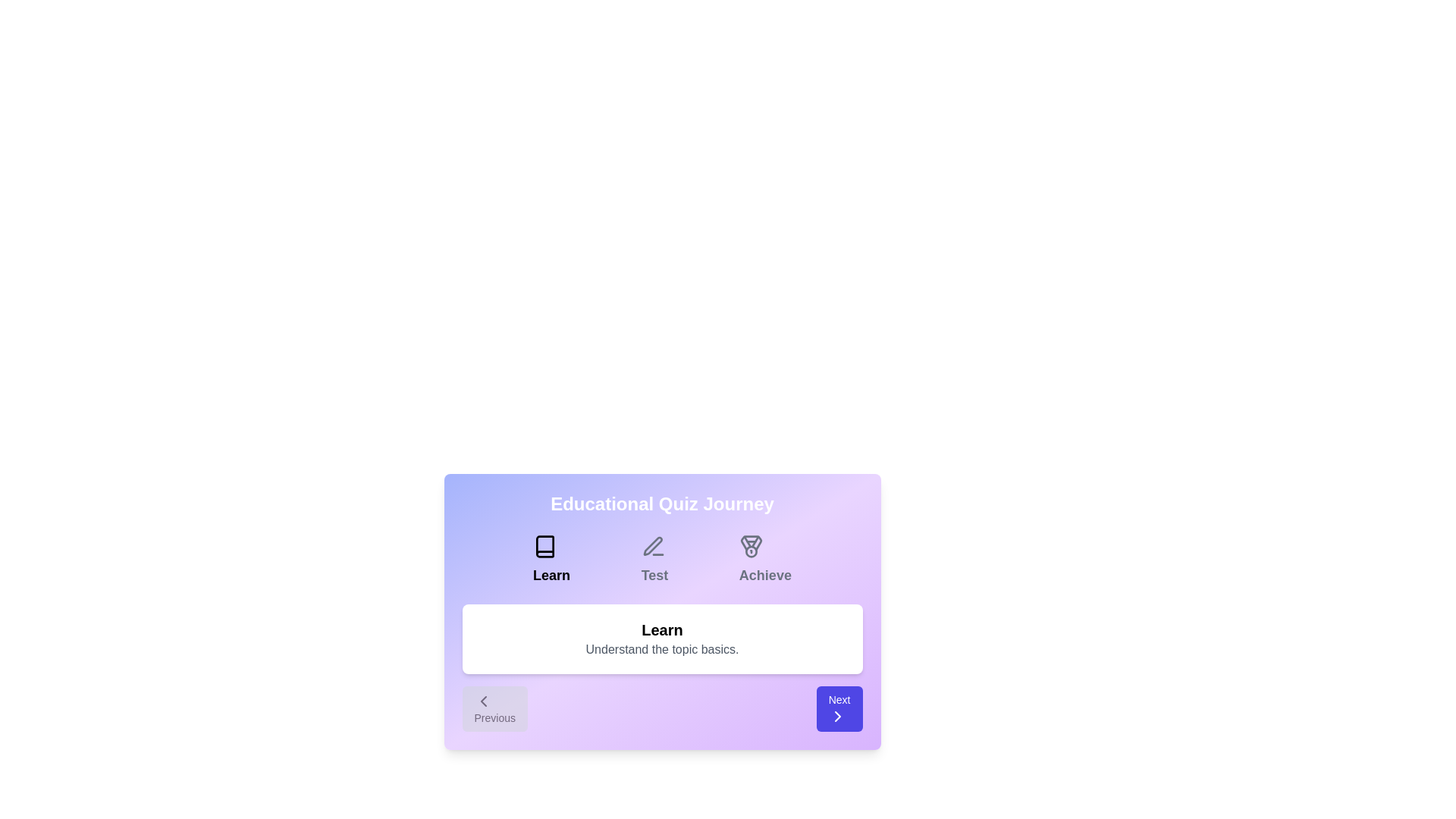 This screenshot has width=1456, height=819. What do you see at coordinates (839, 708) in the screenshot?
I see `the Next button to navigate stages` at bounding box center [839, 708].